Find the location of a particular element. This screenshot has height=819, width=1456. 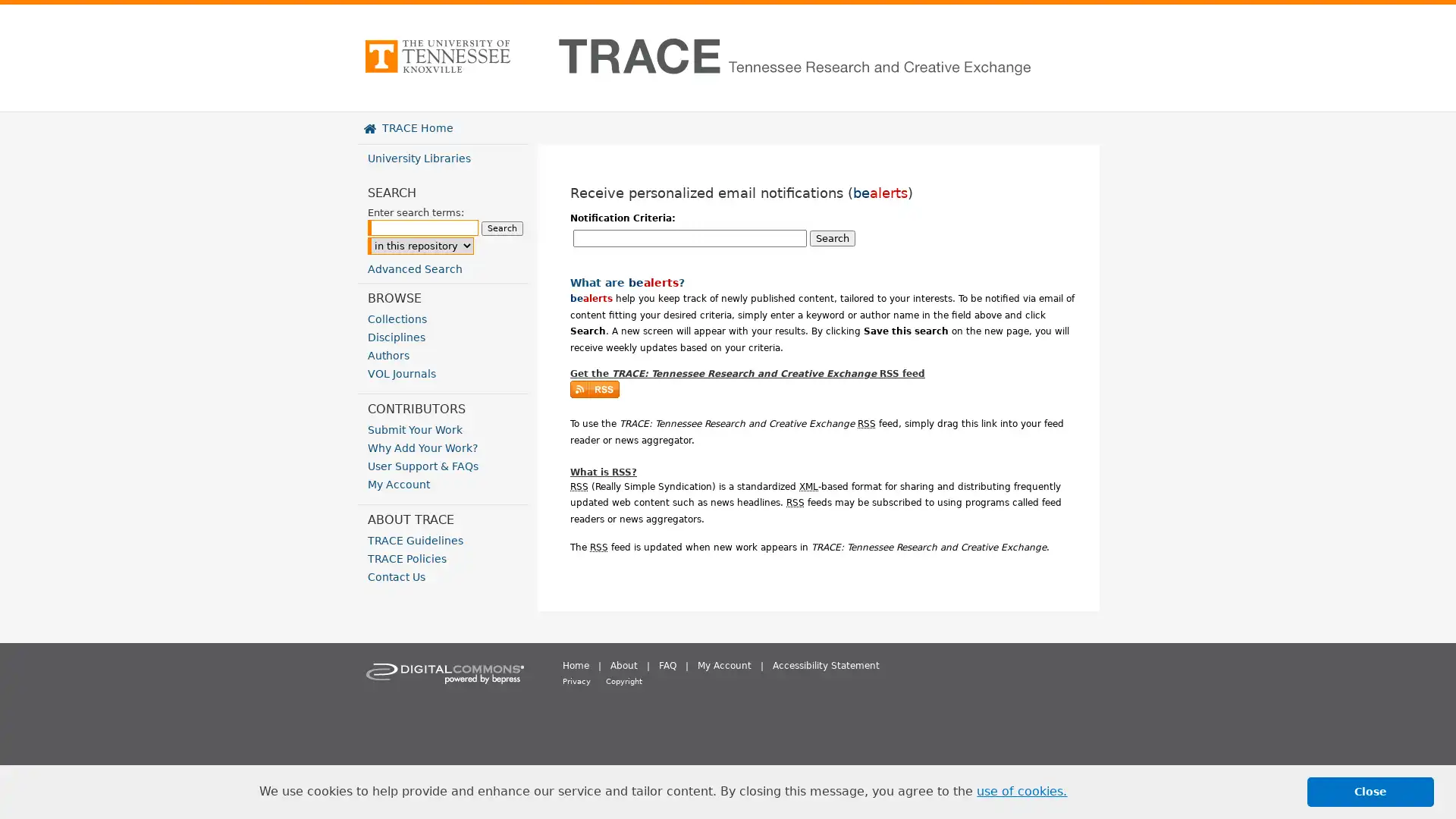

Search is located at coordinates (832, 238).